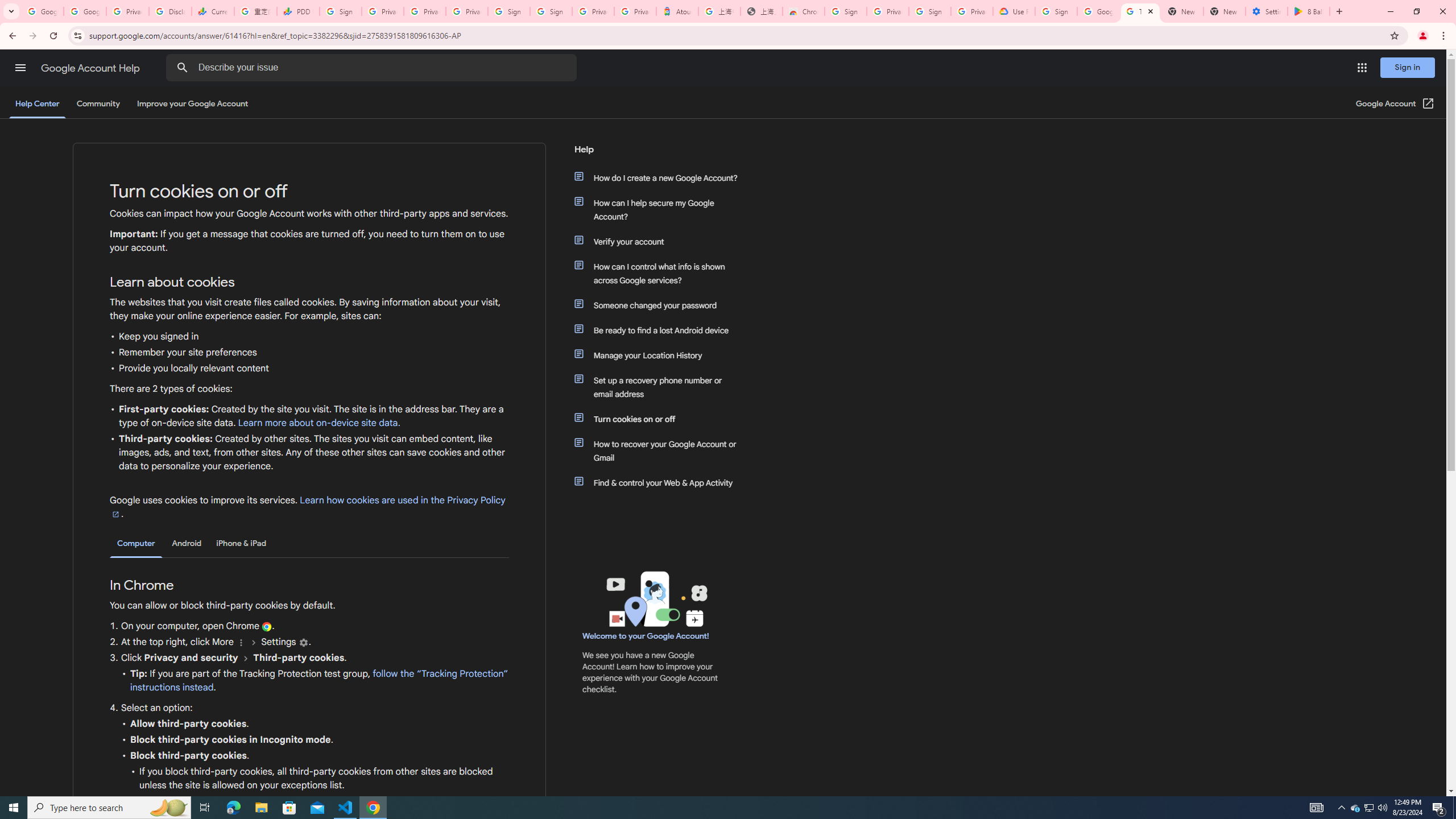 This screenshot has width=1456, height=819. I want to click on 'Android', so click(186, 543).